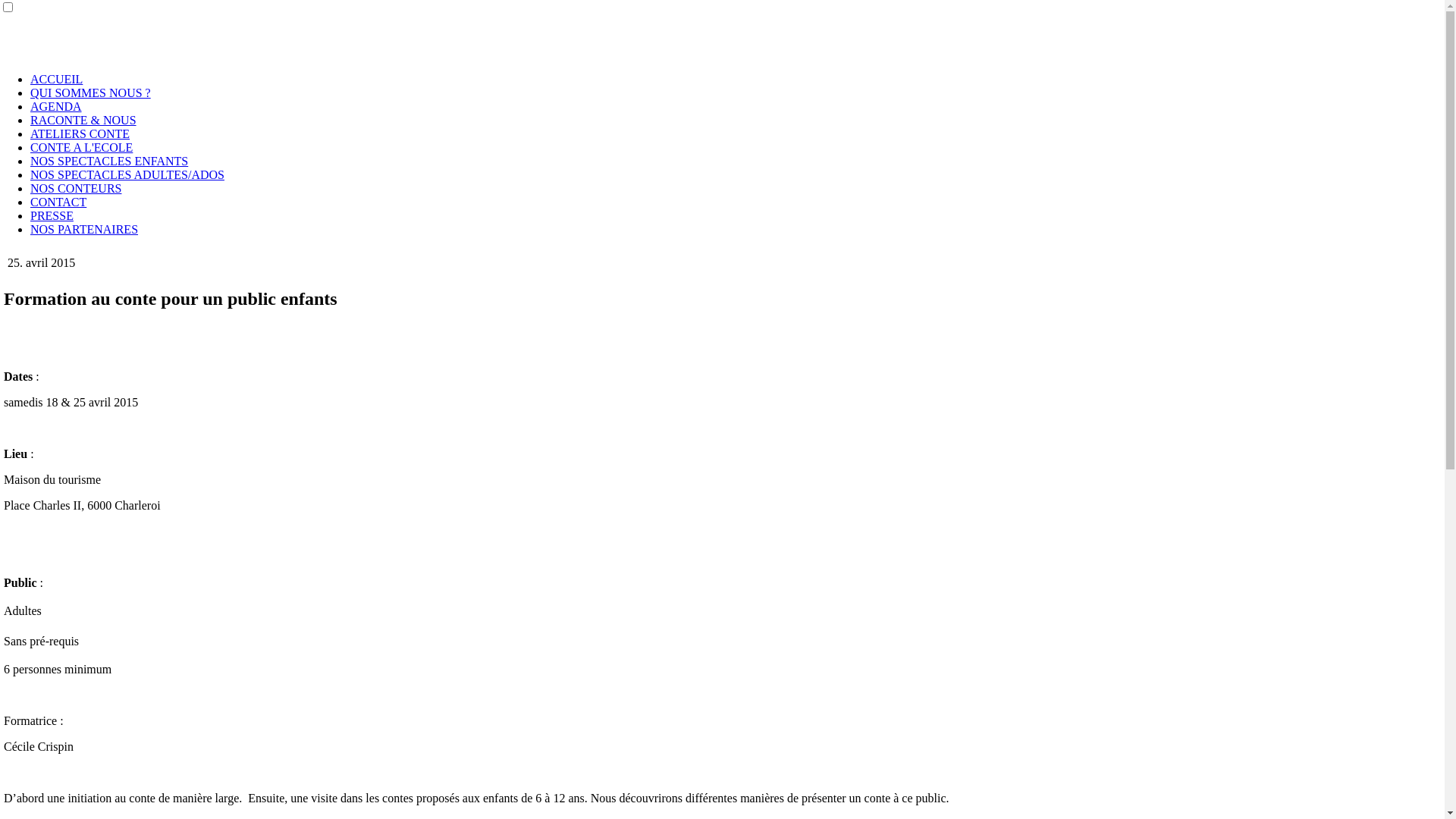  Describe the element at coordinates (30, 201) in the screenshot. I see `'CONTACT'` at that location.